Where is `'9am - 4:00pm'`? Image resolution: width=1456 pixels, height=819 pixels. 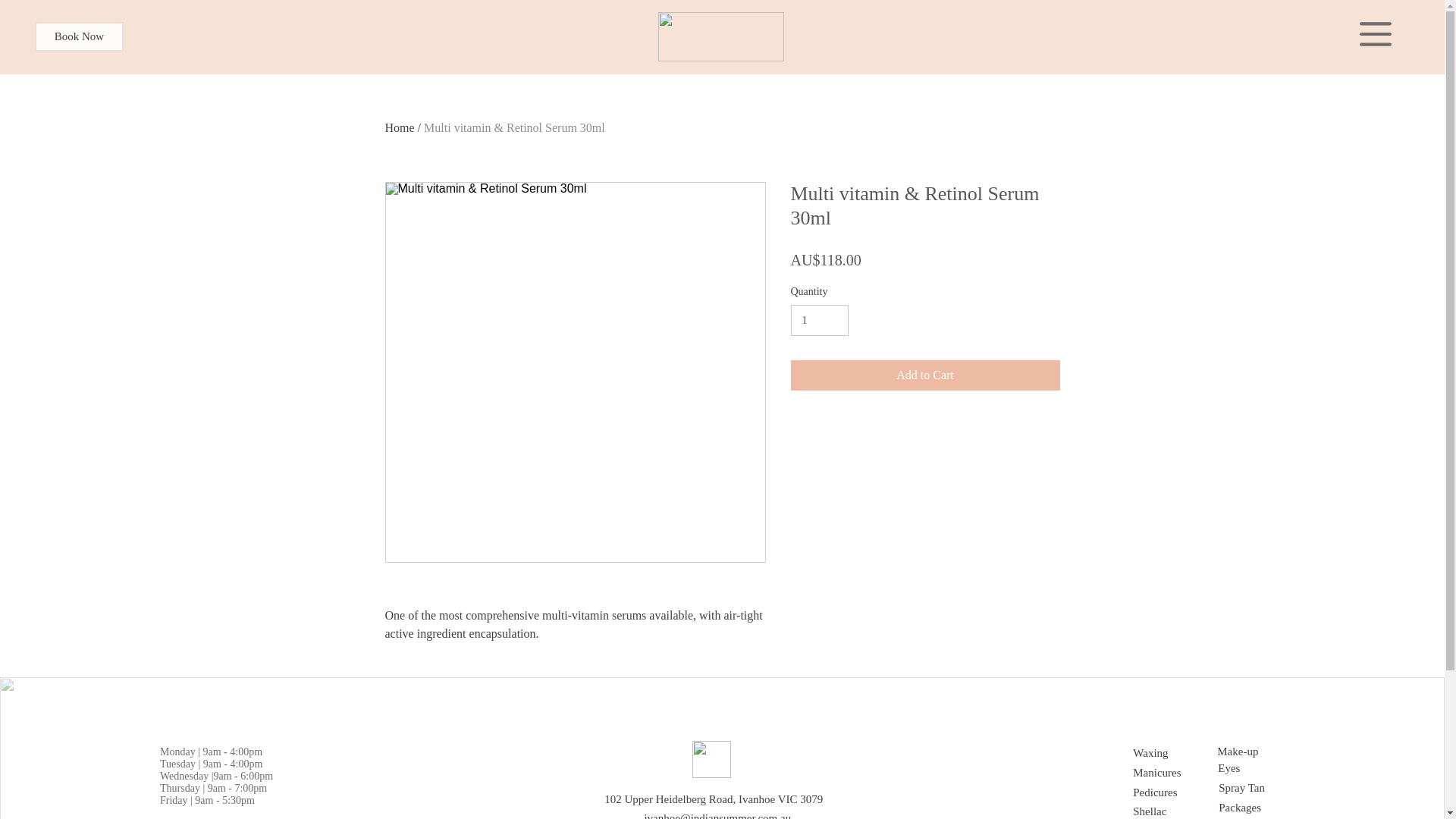
'9am - 4:00pm' is located at coordinates (231, 752).